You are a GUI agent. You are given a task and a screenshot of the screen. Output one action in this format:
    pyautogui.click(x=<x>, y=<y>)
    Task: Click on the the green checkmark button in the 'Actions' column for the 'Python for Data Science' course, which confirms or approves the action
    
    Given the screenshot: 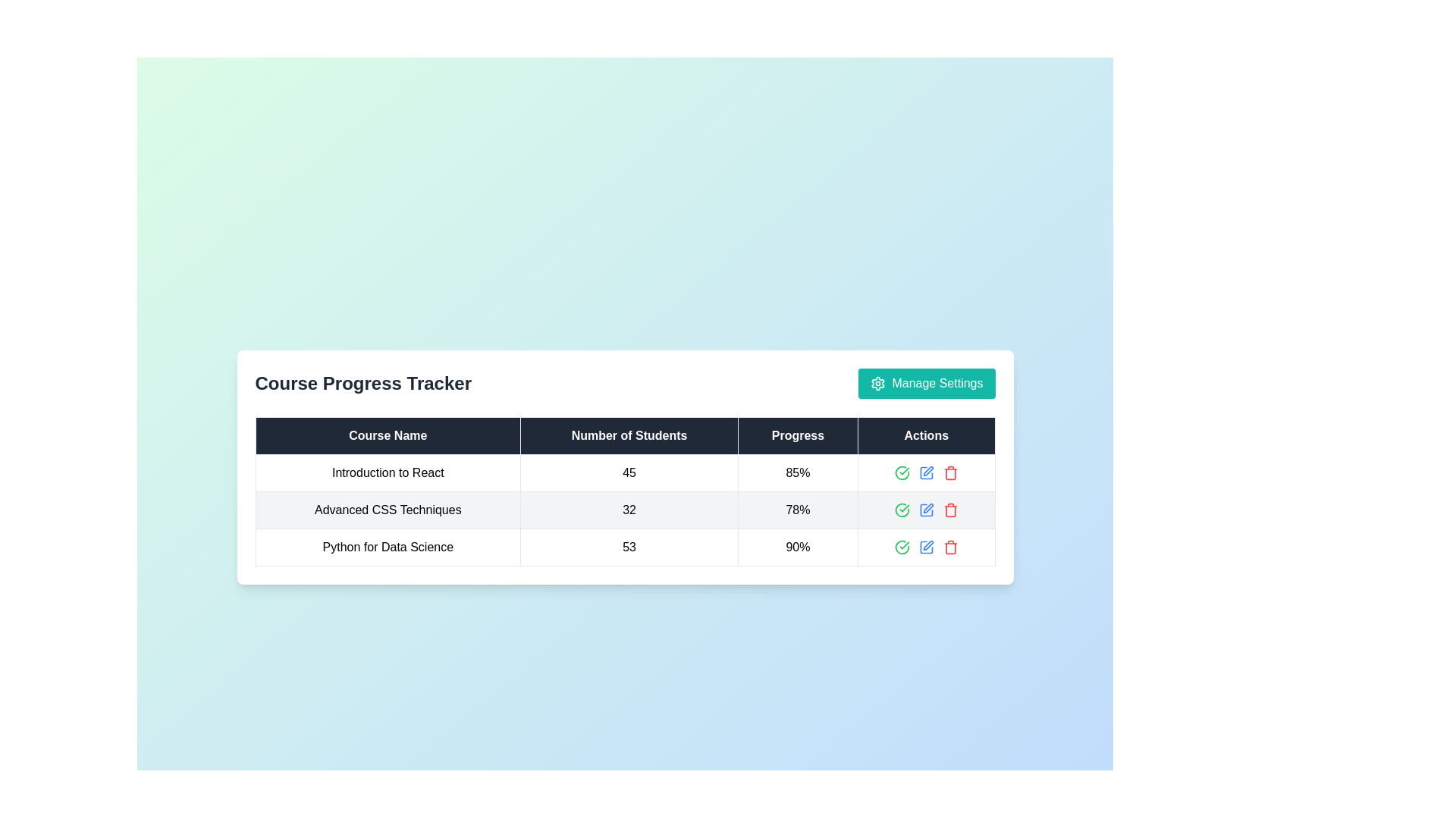 What is the action you would take?
    pyautogui.click(x=925, y=547)
    